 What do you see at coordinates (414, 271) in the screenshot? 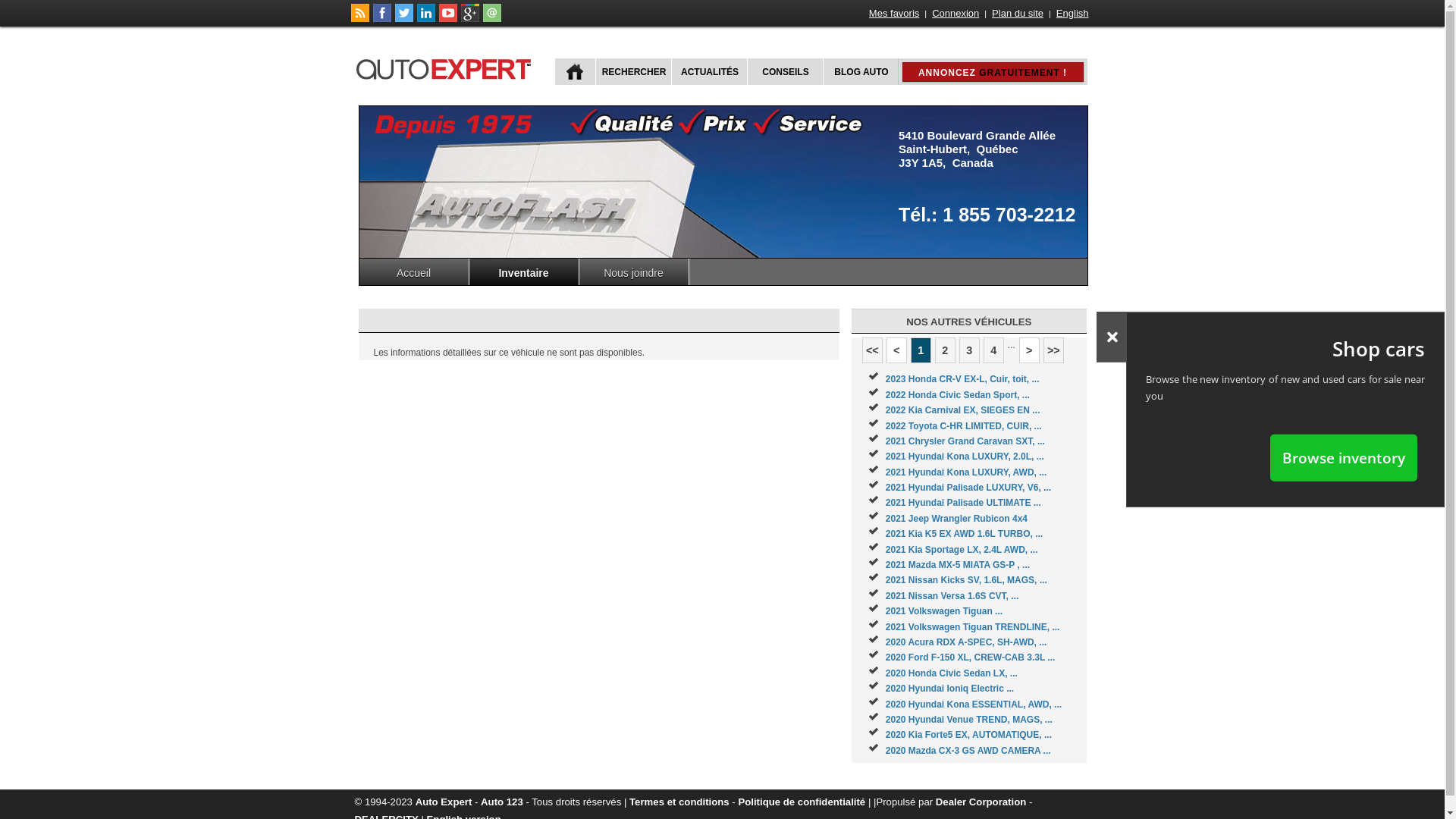
I see `'Accueil'` at bounding box center [414, 271].